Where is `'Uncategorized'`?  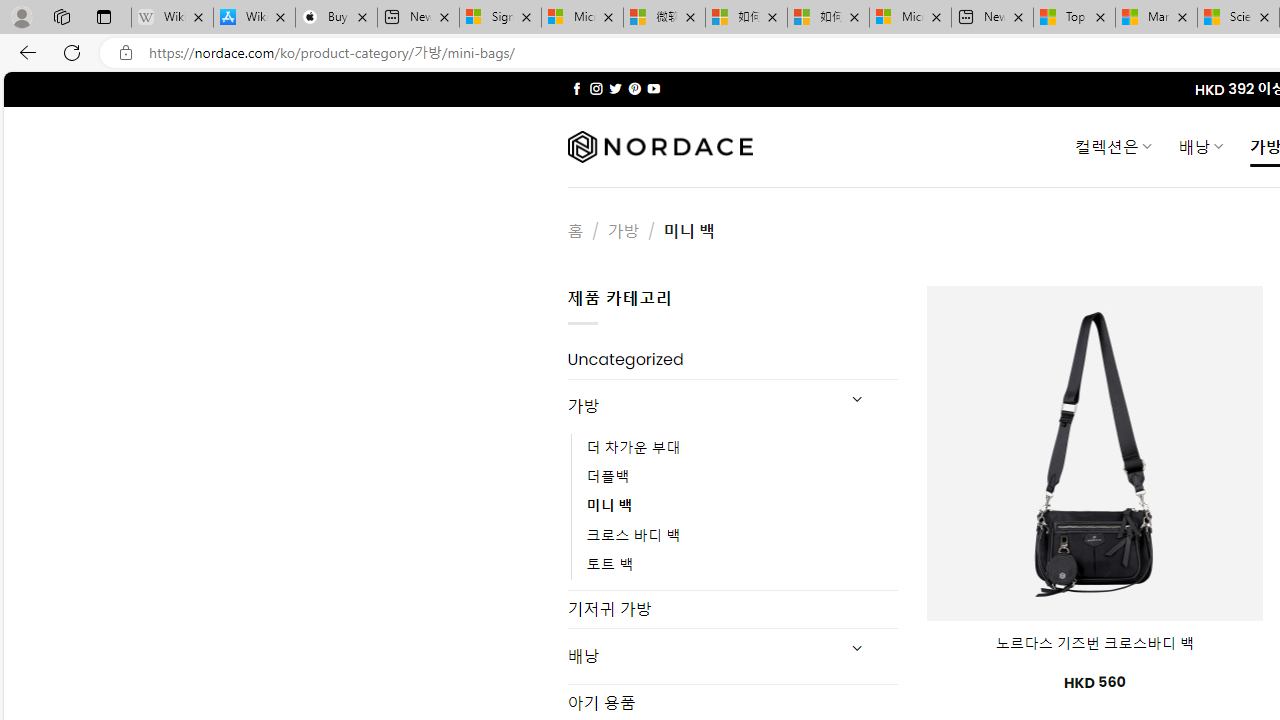
'Uncategorized' is located at coordinates (731, 360).